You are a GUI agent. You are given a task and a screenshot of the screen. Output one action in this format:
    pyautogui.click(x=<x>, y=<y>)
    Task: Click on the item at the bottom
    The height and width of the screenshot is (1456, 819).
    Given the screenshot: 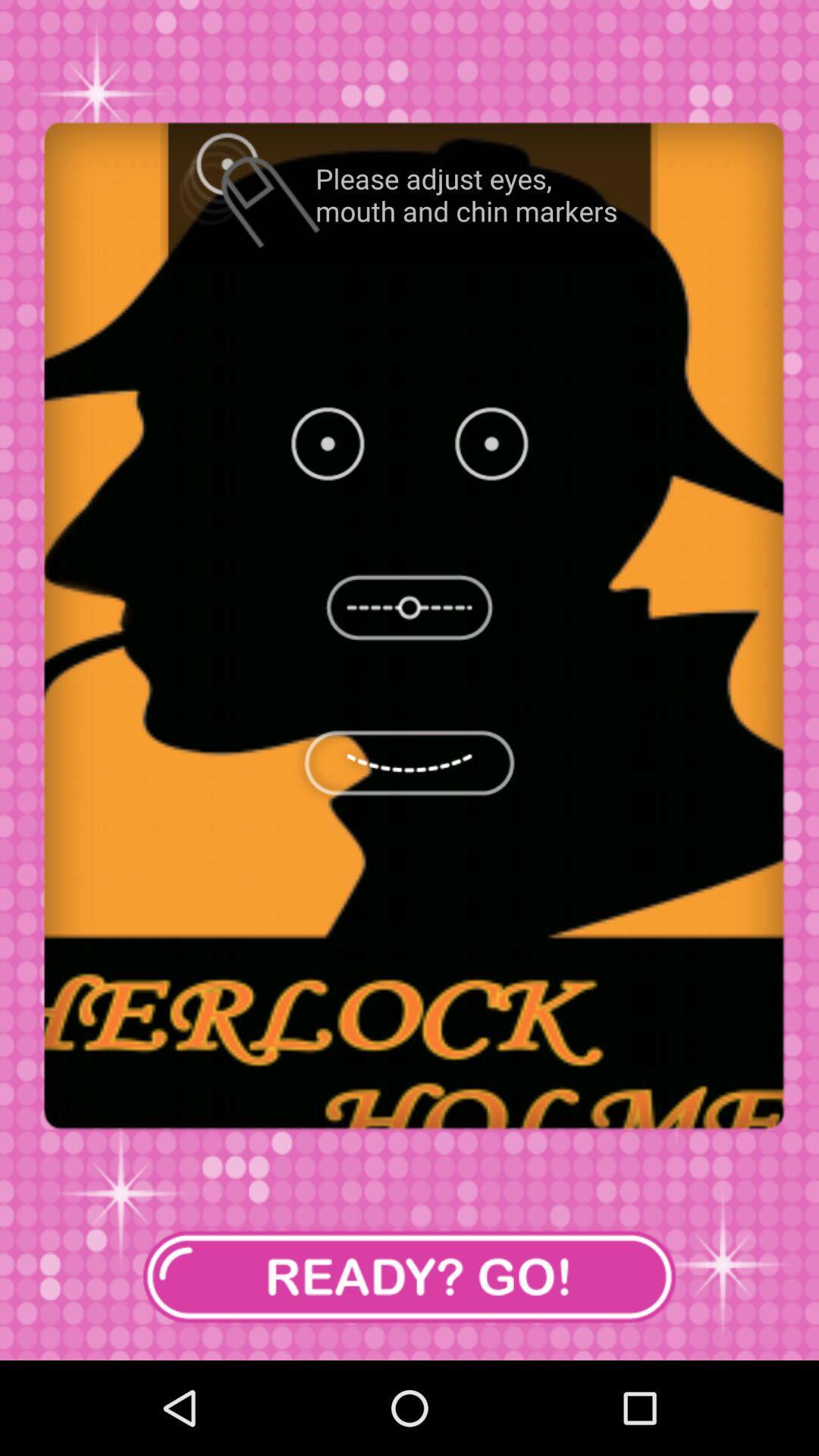 What is the action you would take?
    pyautogui.click(x=409, y=1276)
    